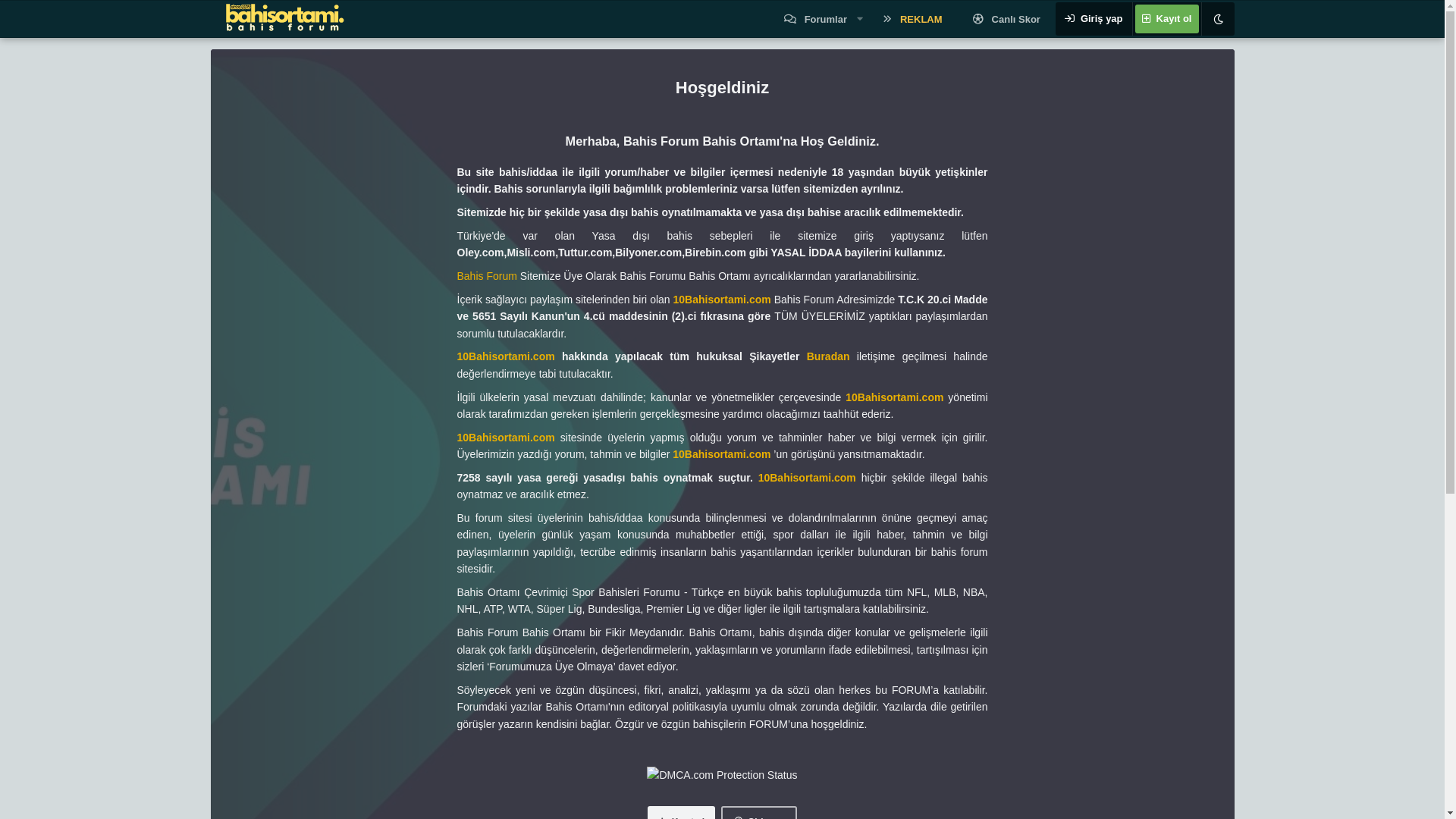  I want to click on 'DMCA.com Protection Status', so click(720, 775).